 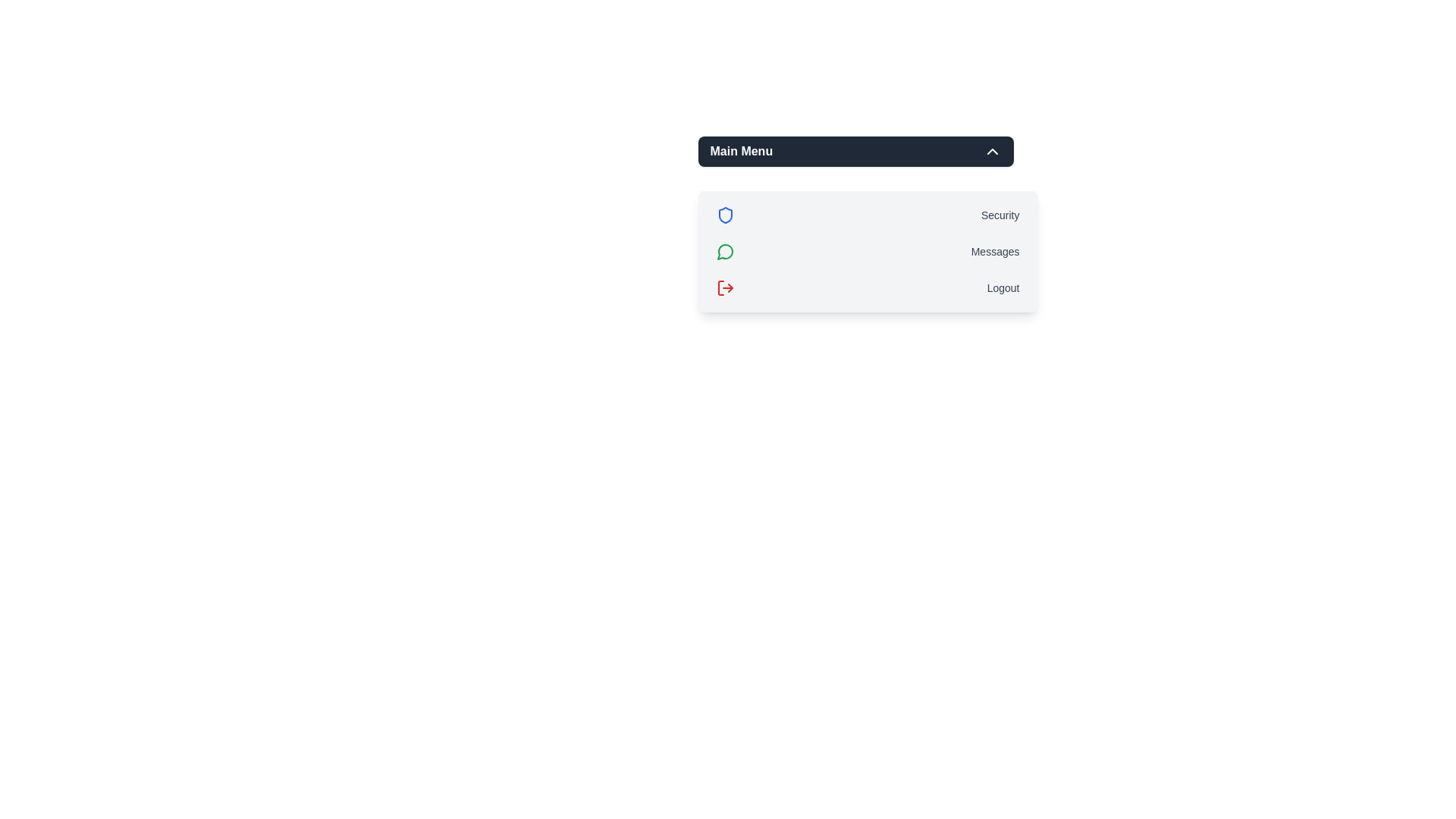 I want to click on the shield icon with a blue border and red central area in the 'Main Menu' dropdown, associated with the 'Security' label, so click(x=724, y=215).